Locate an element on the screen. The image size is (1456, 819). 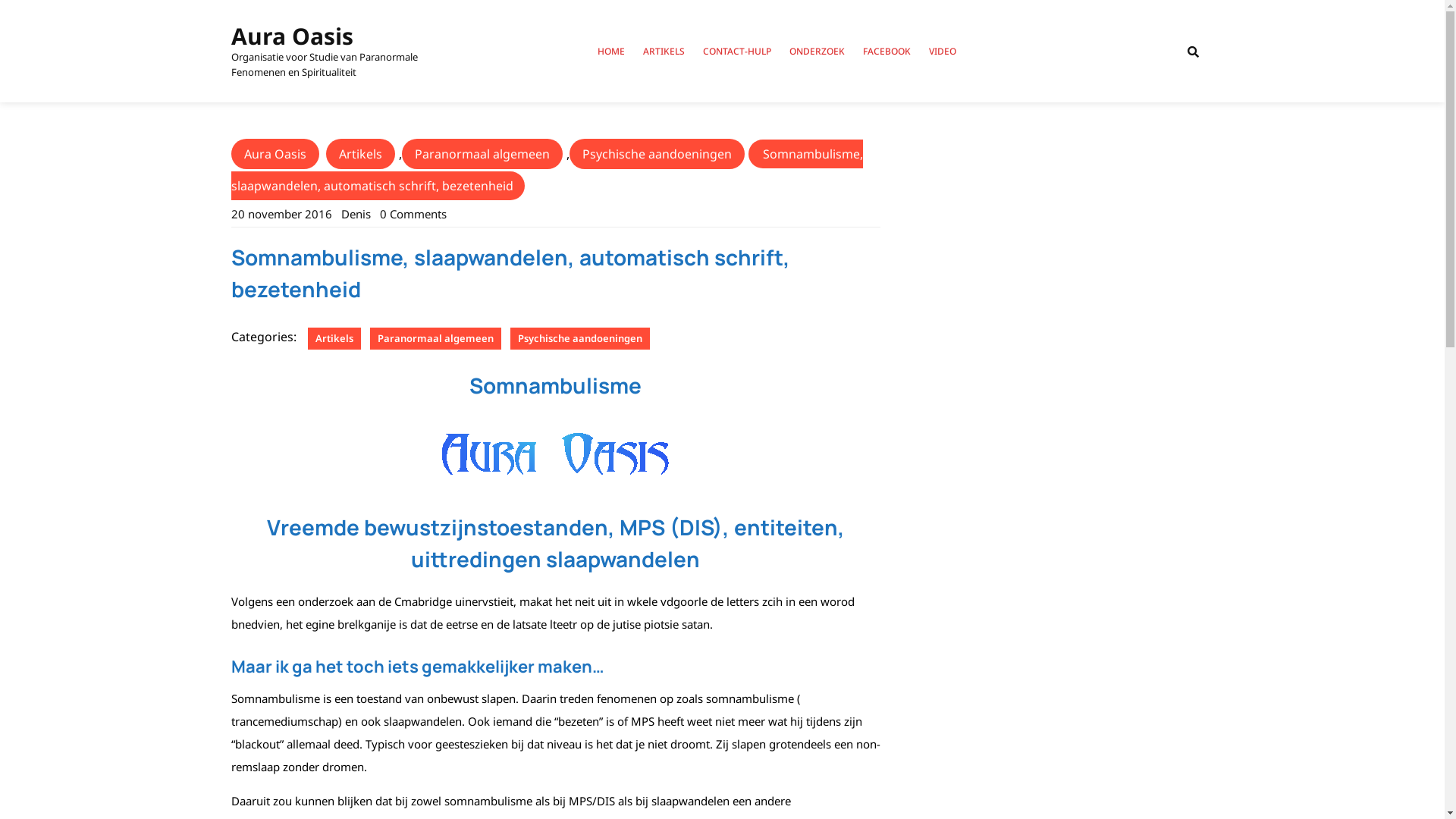
'Aura Oasis' is located at coordinates (274, 154).